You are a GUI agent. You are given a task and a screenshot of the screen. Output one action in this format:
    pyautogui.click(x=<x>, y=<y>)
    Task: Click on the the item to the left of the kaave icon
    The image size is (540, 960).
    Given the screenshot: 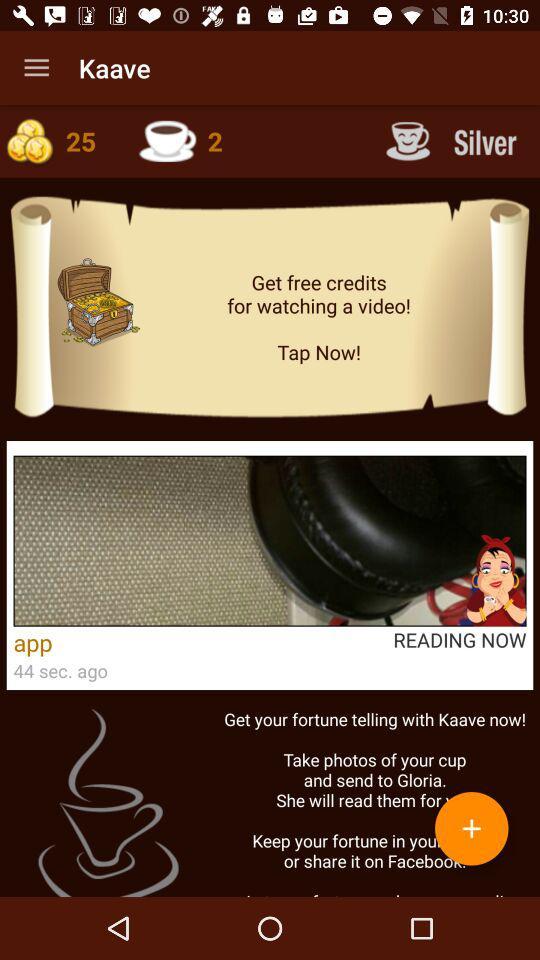 What is the action you would take?
    pyautogui.click(x=36, y=68)
    